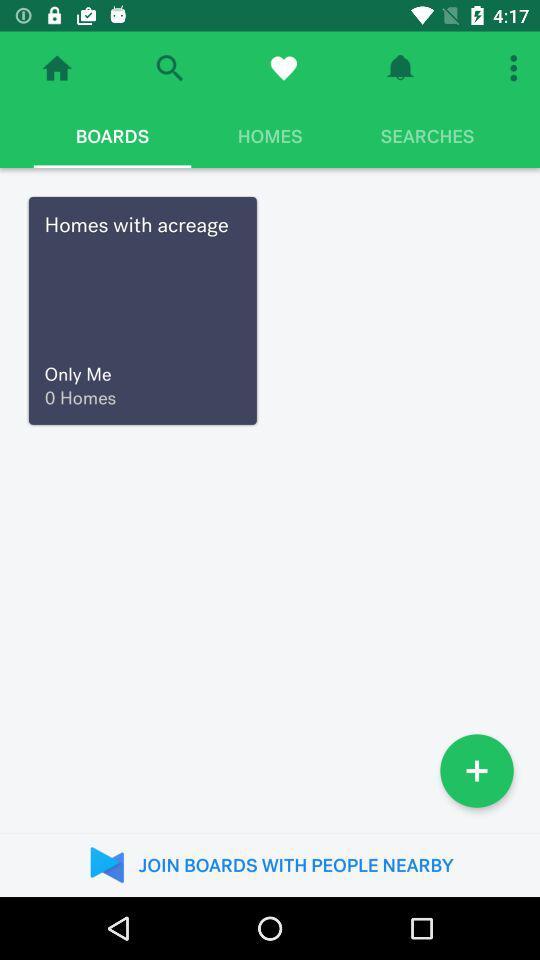  I want to click on the home page, so click(57, 68).